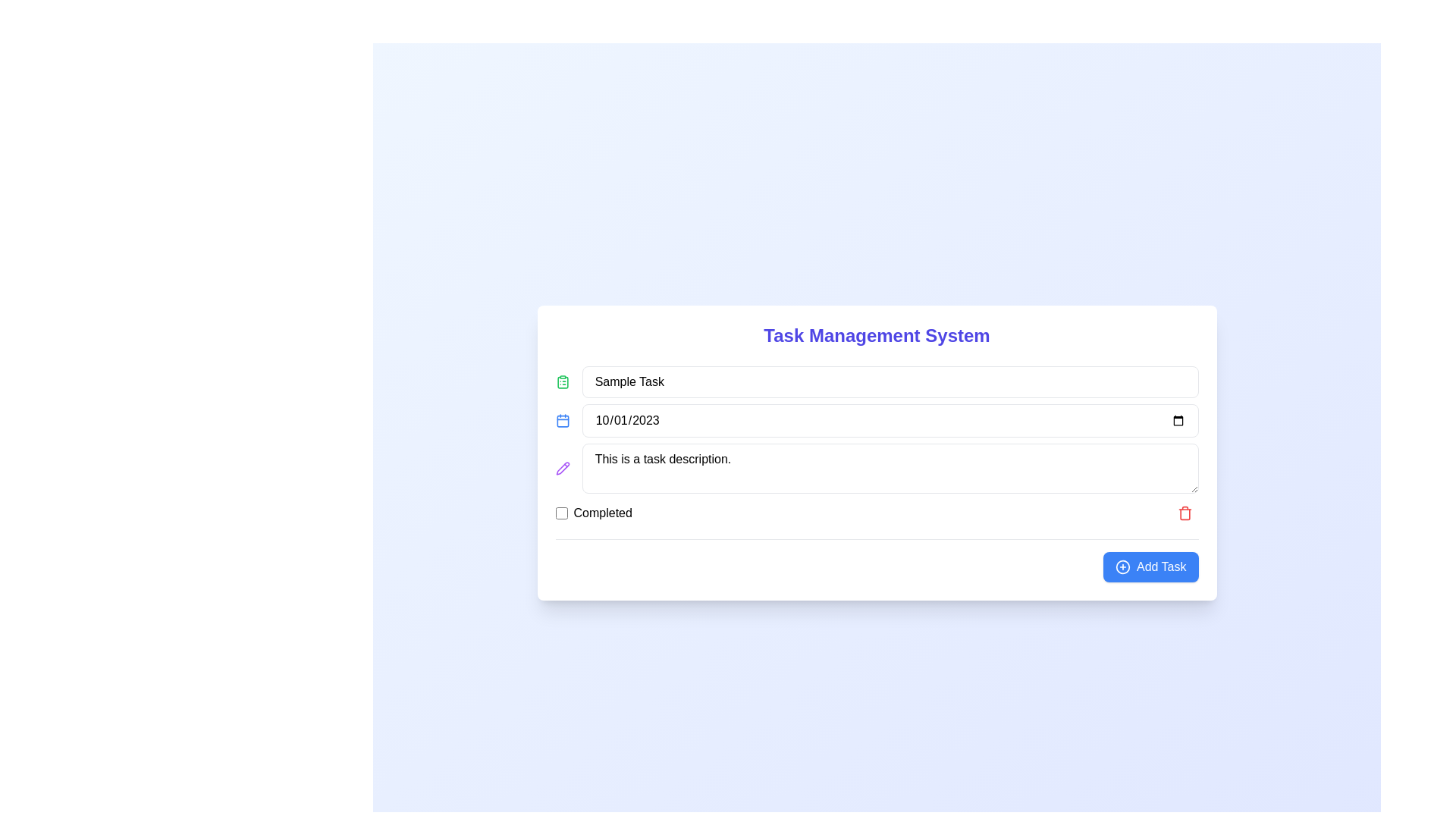 This screenshot has width=1456, height=819. I want to click on the task description input field, which is the third input field in the 'Task Management System' interface, located below the 'Sample Task' input and above the 'Completed' checkbox, so click(877, 467).